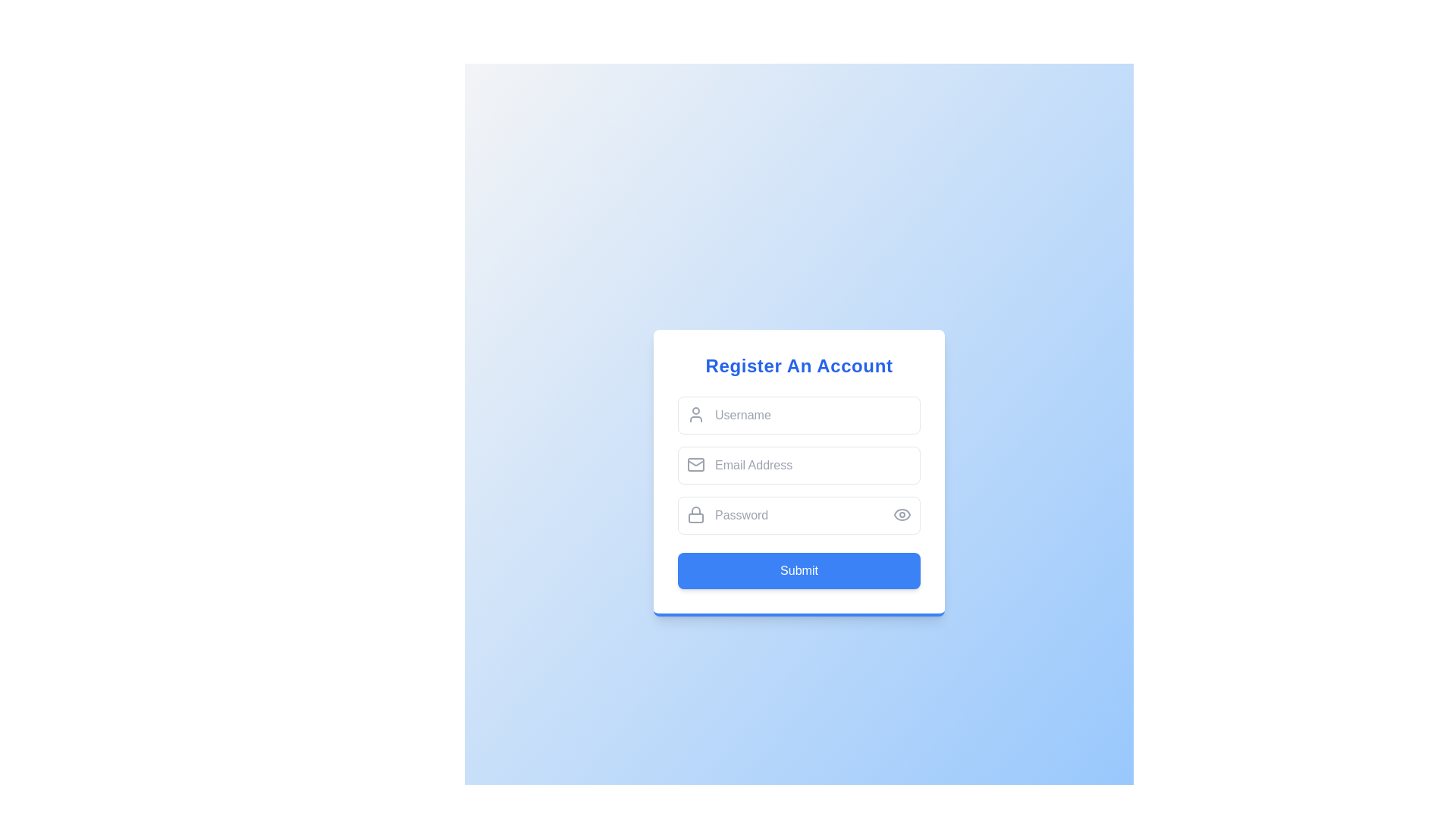  What do you see at coordinates (902, 513) in the screenshot?
I see `the toggle button at the top right corner of the password input field` at bounding box center [902, 513].